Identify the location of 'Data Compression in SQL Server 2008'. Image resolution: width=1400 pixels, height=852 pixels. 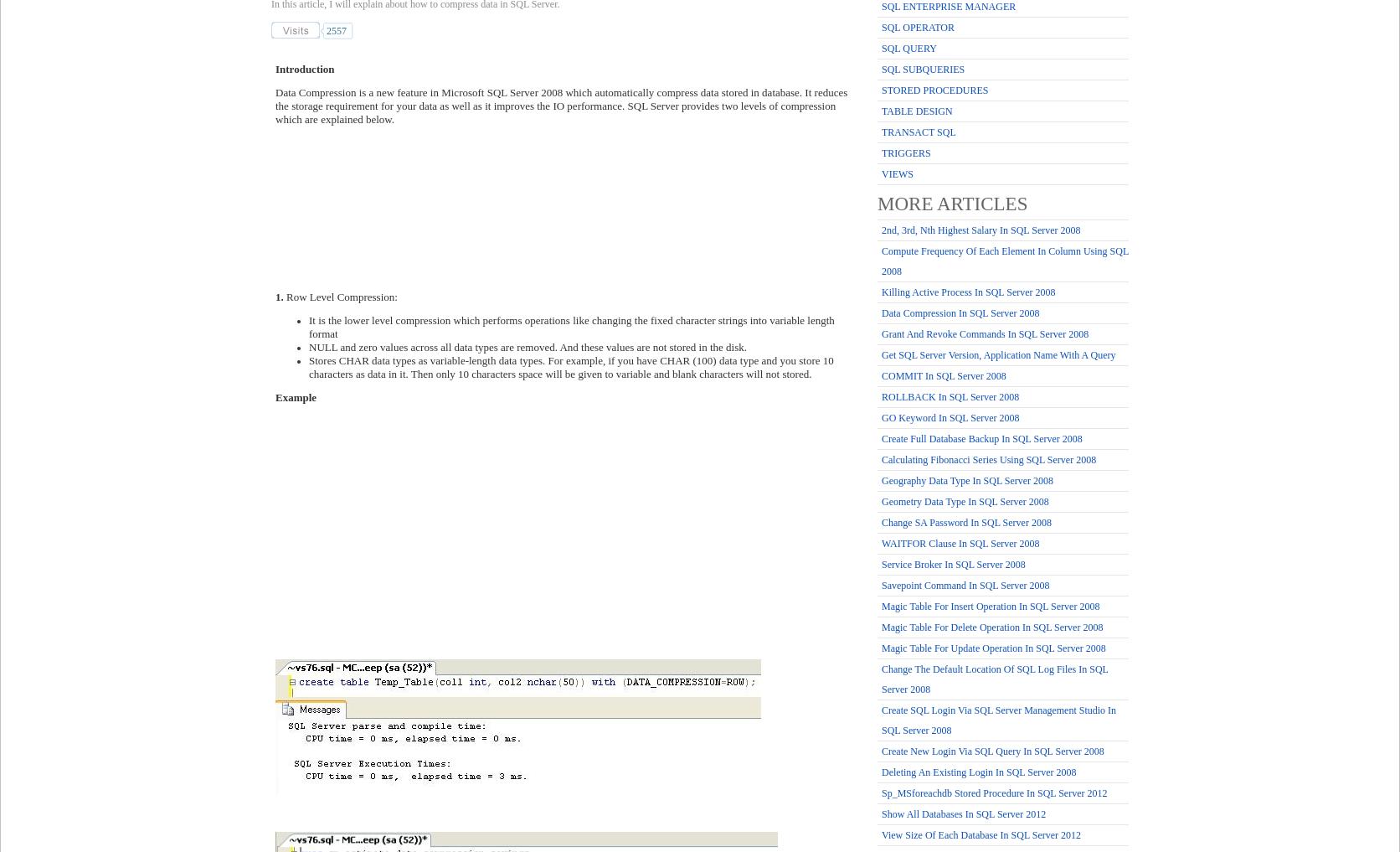
(882, 312).